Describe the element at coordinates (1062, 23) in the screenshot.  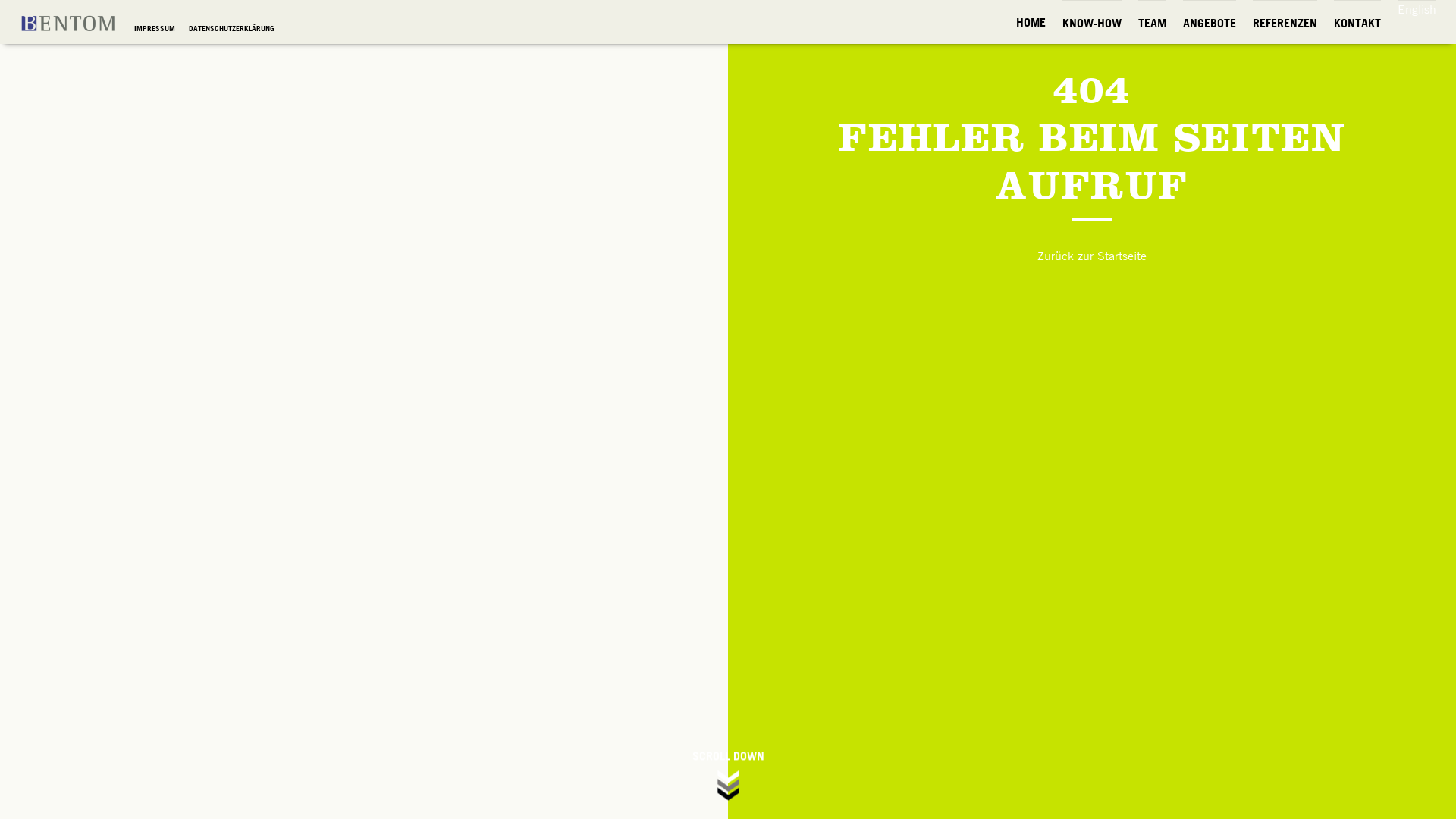
I see `'KNOW-HOW'` at that location.